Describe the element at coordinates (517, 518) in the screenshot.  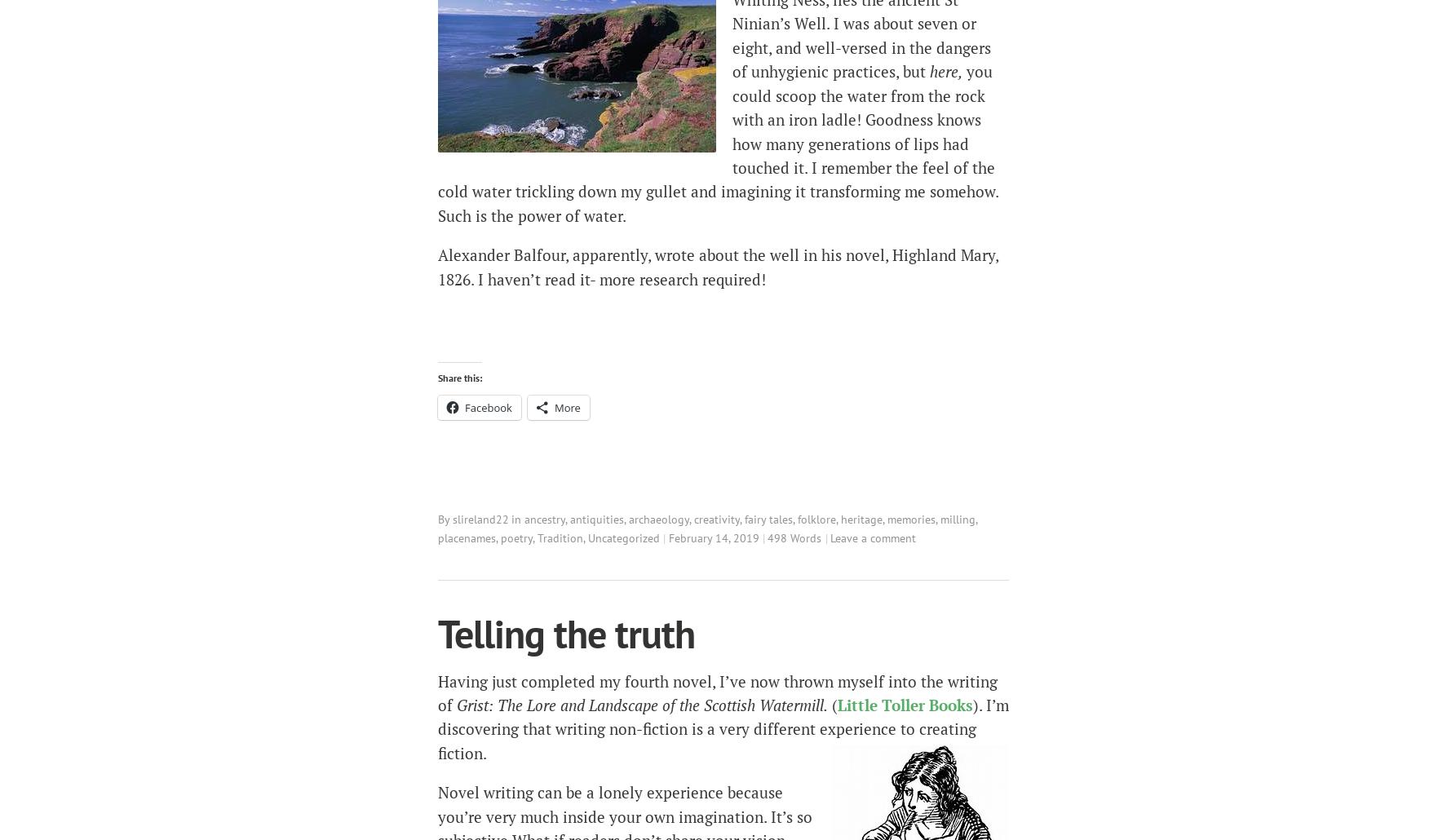
I see `'in'` at that location.